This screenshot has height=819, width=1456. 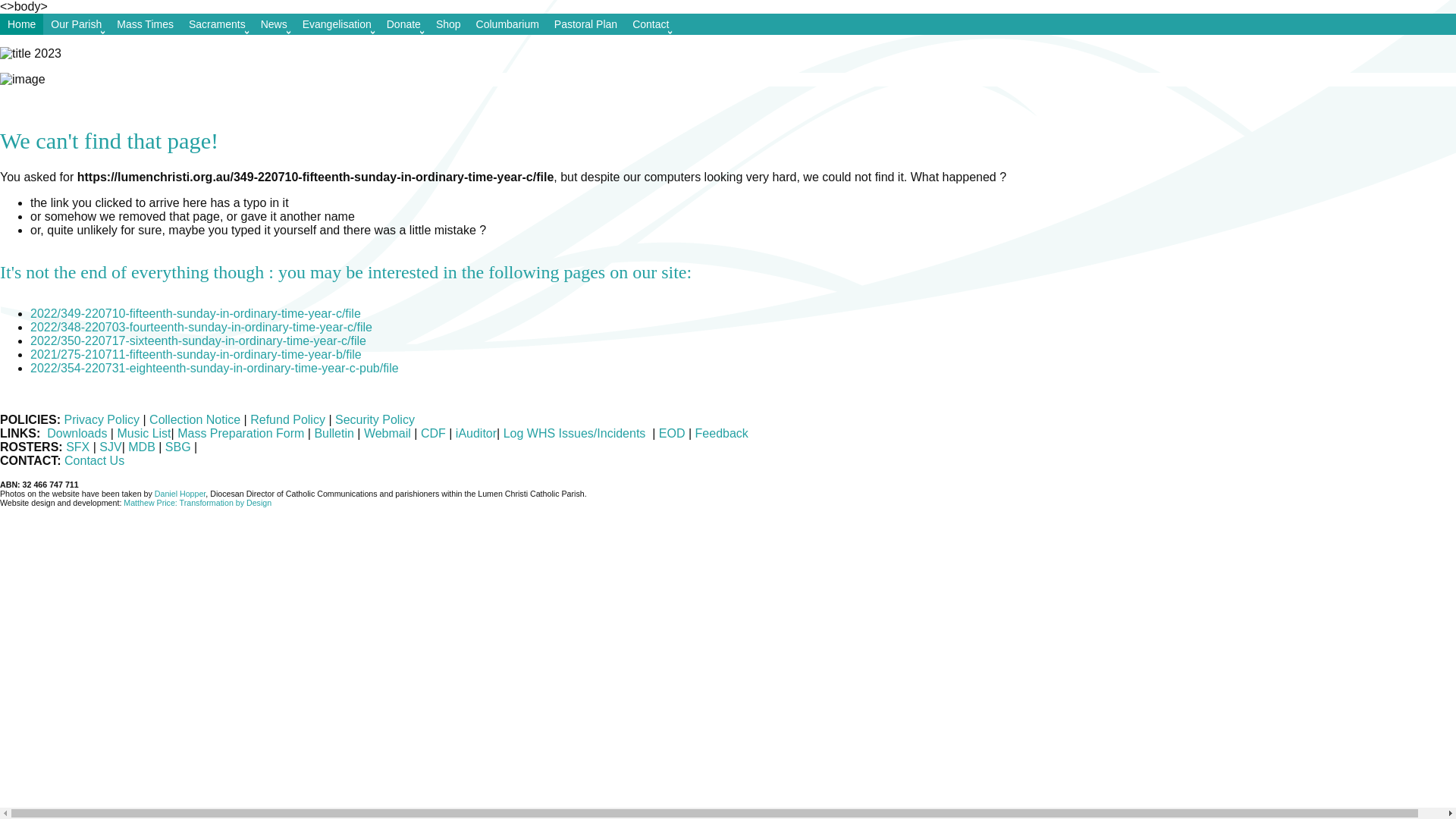 I want to click on 'MDB', so click(x=127, y=446).